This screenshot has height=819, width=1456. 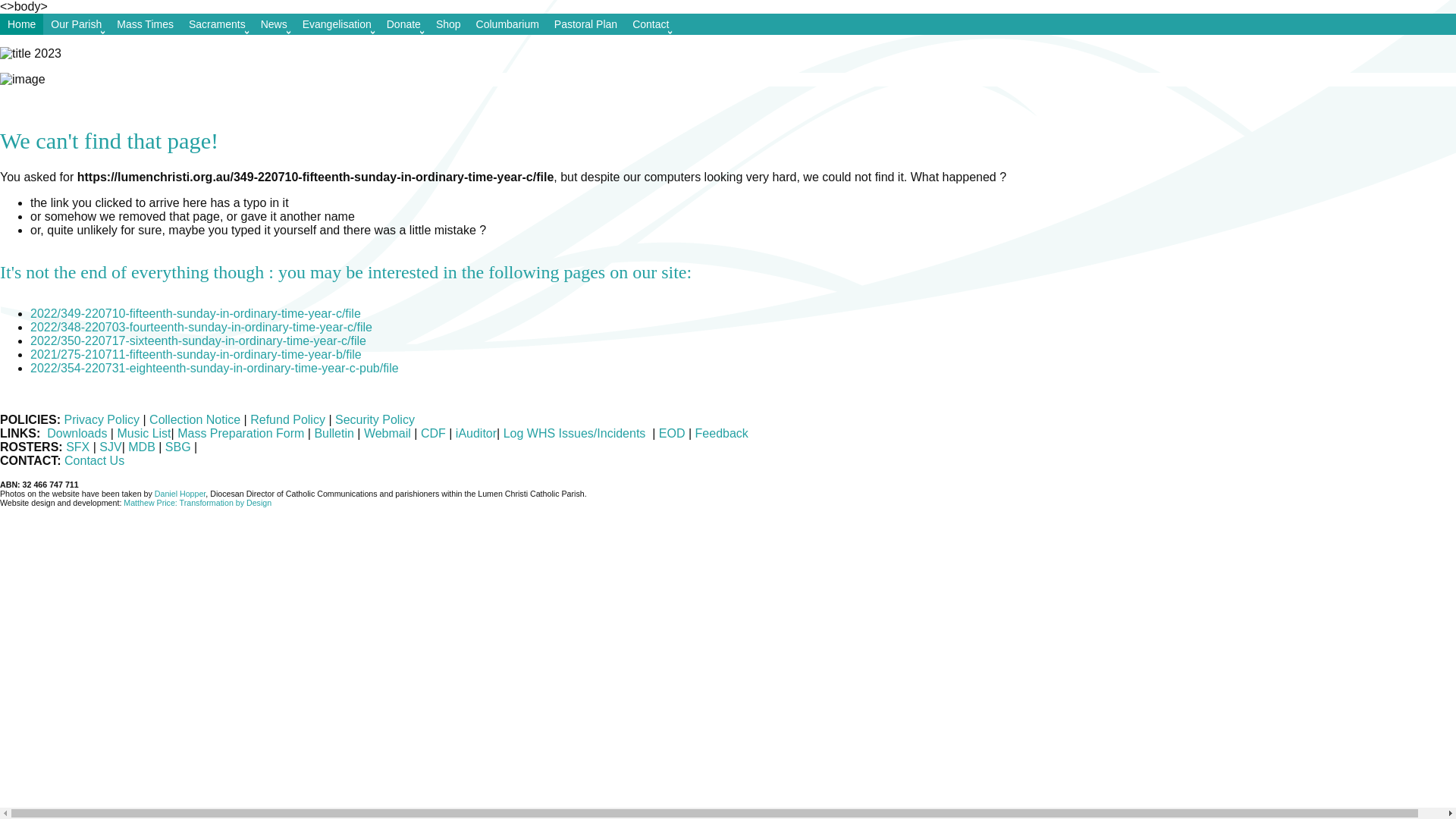 I want to click on 'MDB', so click(x=127, y=446).